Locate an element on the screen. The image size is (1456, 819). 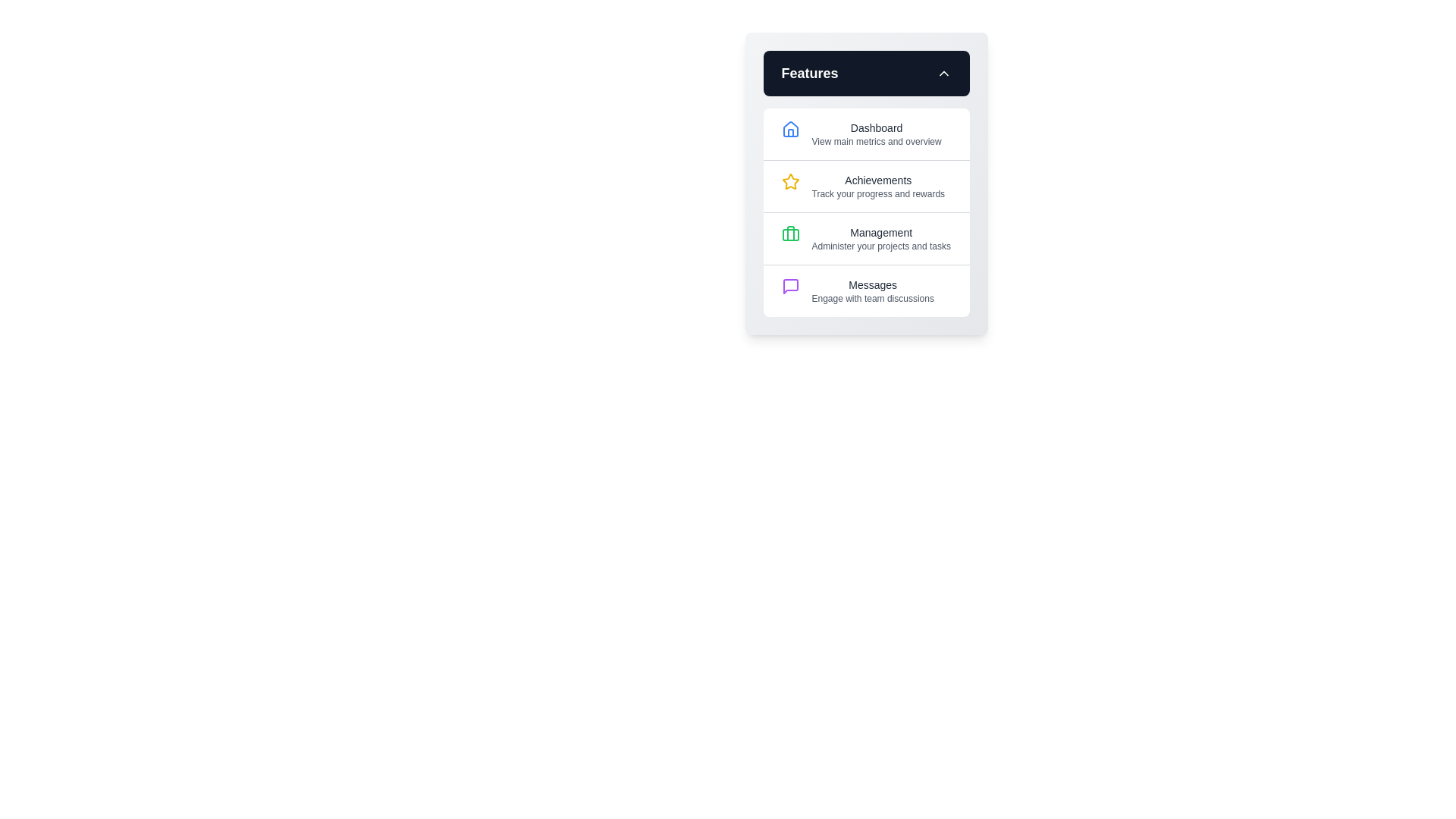
the 'Achievements' text label in the sidebar, which is the second item in the list, positioned between 'Dashboard' and 'Management' is located at coordinates (878, 180).